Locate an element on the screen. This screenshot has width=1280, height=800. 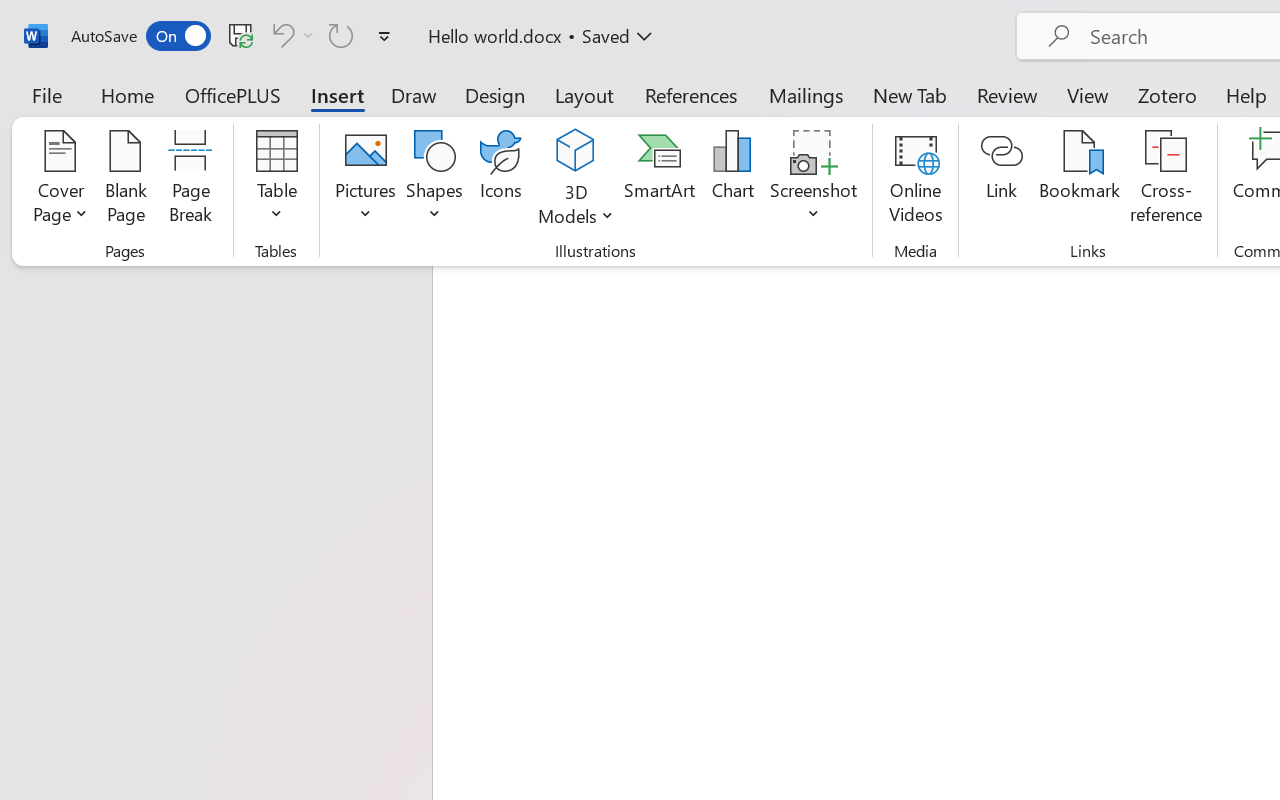
'Cross-reference...' is located at coordinates (1166, 179).